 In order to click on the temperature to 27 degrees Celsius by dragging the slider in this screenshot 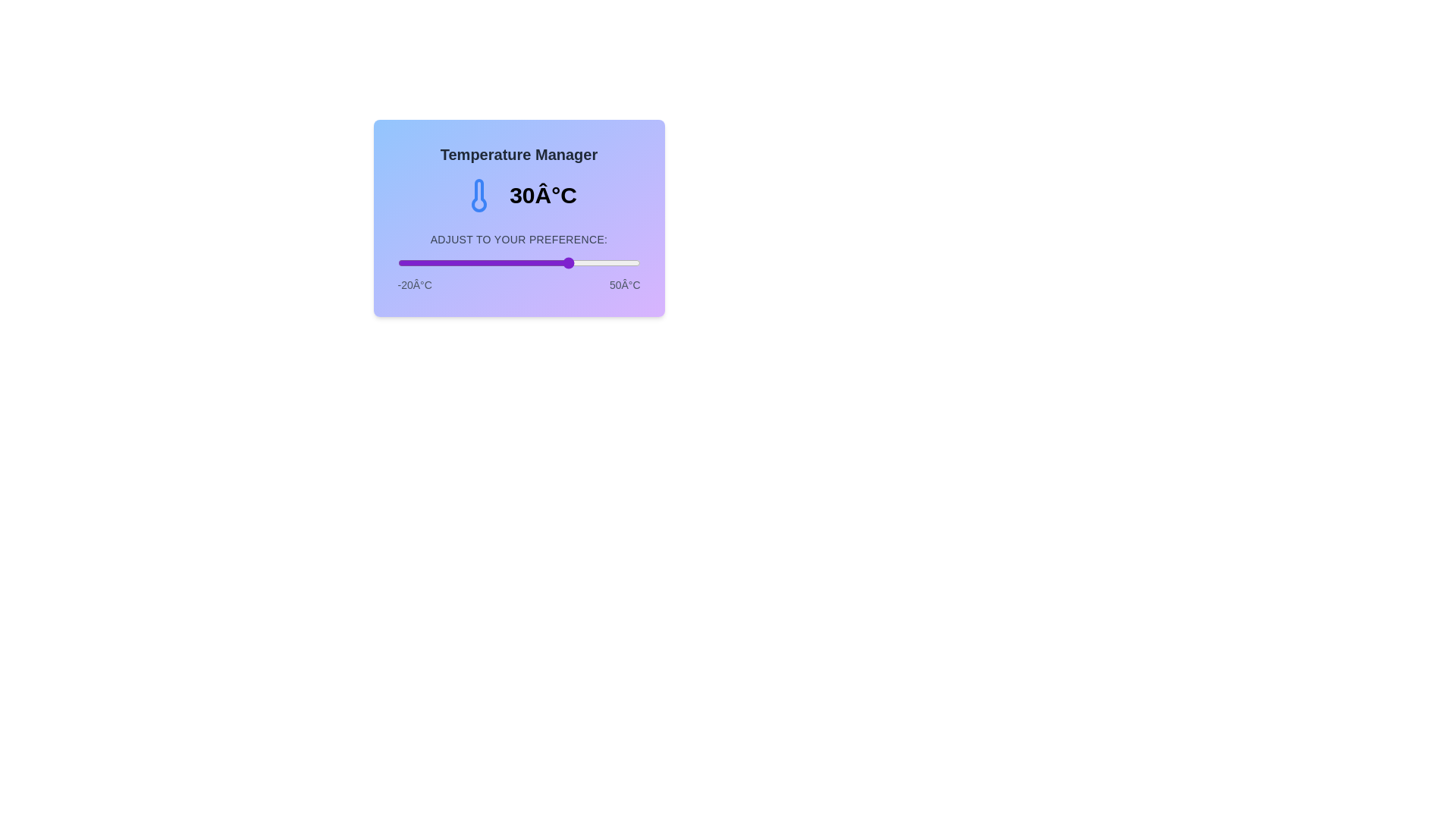, I will do `click(560, 262)`.